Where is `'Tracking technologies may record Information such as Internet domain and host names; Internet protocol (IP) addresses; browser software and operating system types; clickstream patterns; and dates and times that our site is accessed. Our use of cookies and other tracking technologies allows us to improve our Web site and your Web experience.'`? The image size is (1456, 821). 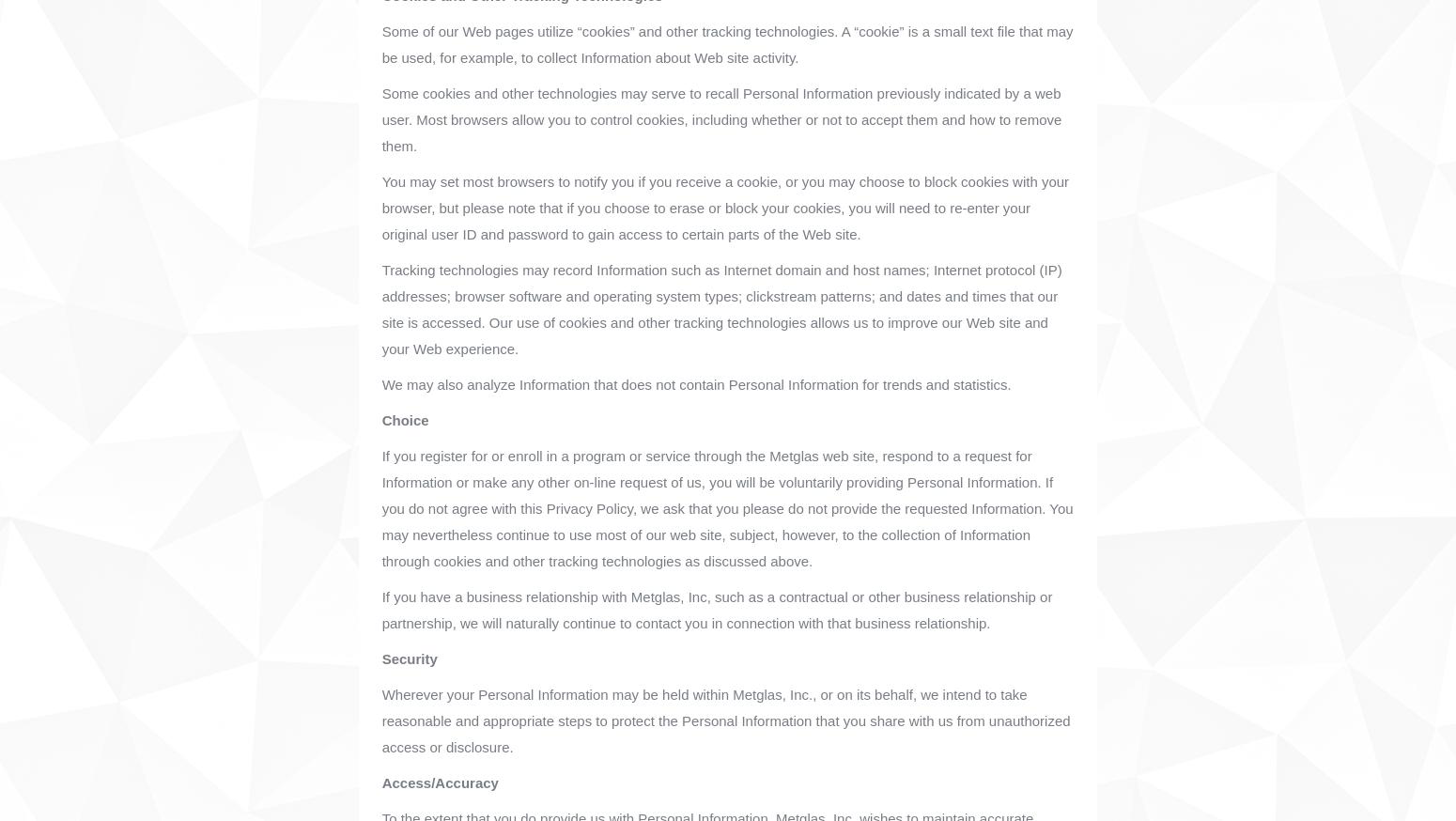
'Tracking technologies may record Information such as Internet domain and host names; Internet protocol (IP) addresses; browser software and operating system types; clickstream patterns; and dates and times that our site is accessed. Our use of cookies and other tracking technologies allows us to improve our Web site and your Web experience.' is located at coordinates (721, 308).